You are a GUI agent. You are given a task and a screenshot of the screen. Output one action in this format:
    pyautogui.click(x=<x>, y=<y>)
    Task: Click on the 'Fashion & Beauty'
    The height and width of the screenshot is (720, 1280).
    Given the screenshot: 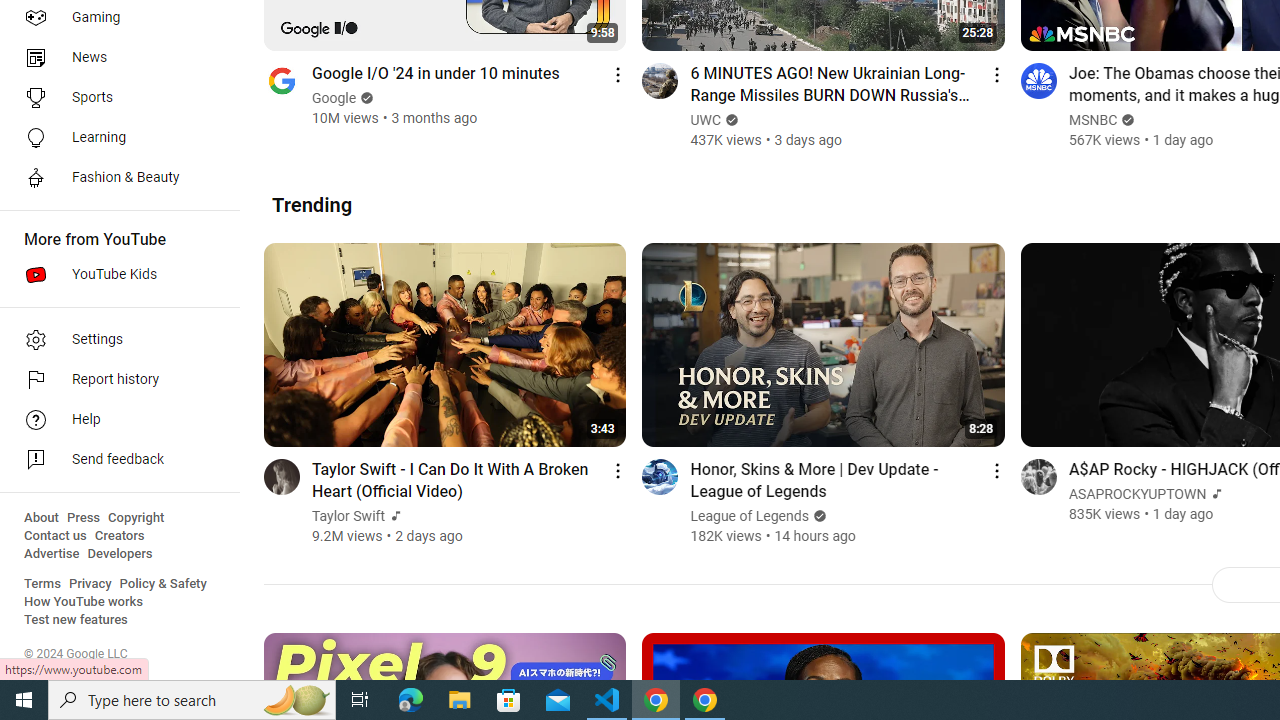 What is the action you would take?
    pyautogui.click(x=112, y=176)
    